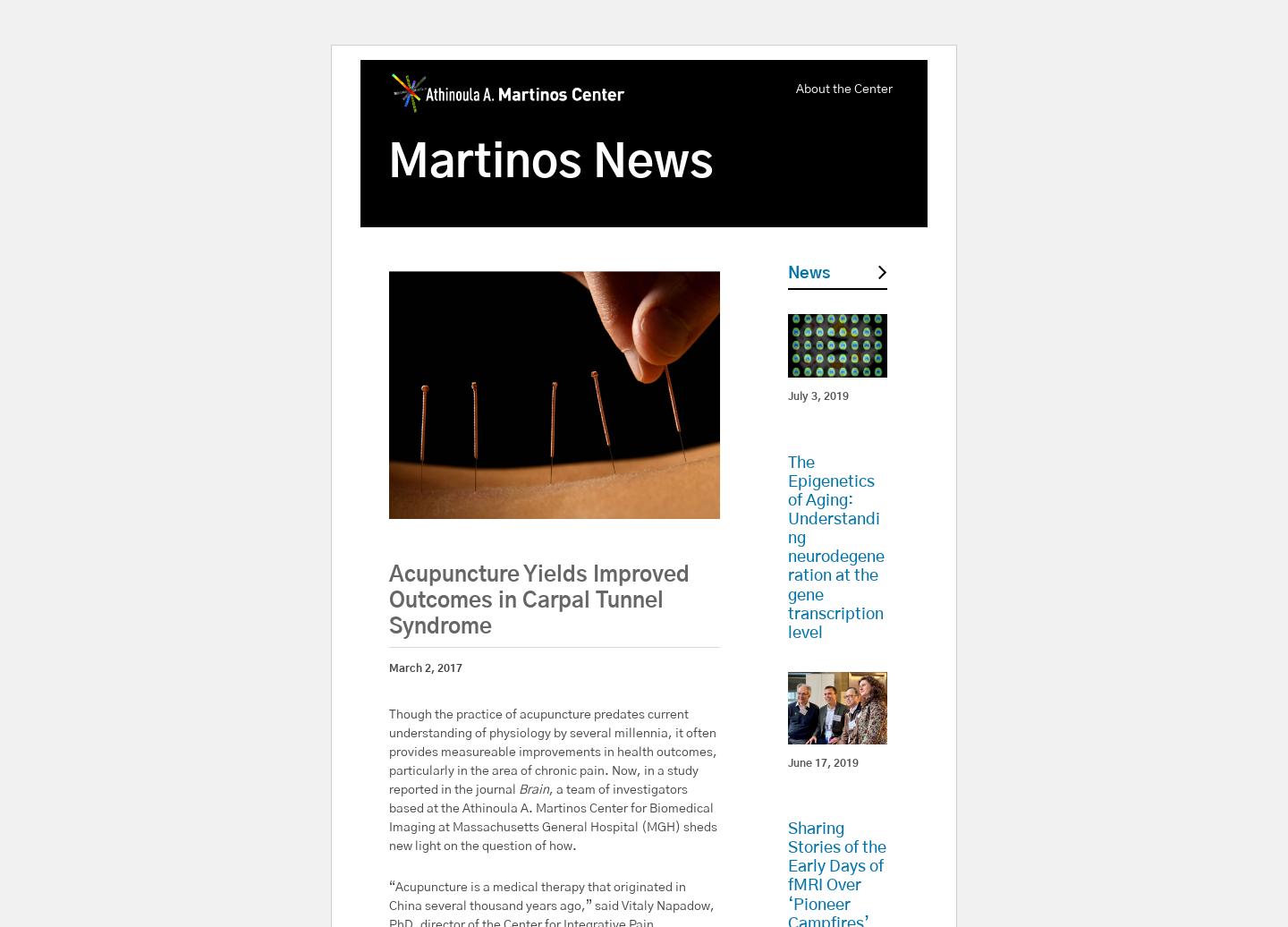 This screenshot has width=1288, height=927. Describe the element at coordinates (817, 395) in the screenshot. I see `'July 3, 2019'` at that location.